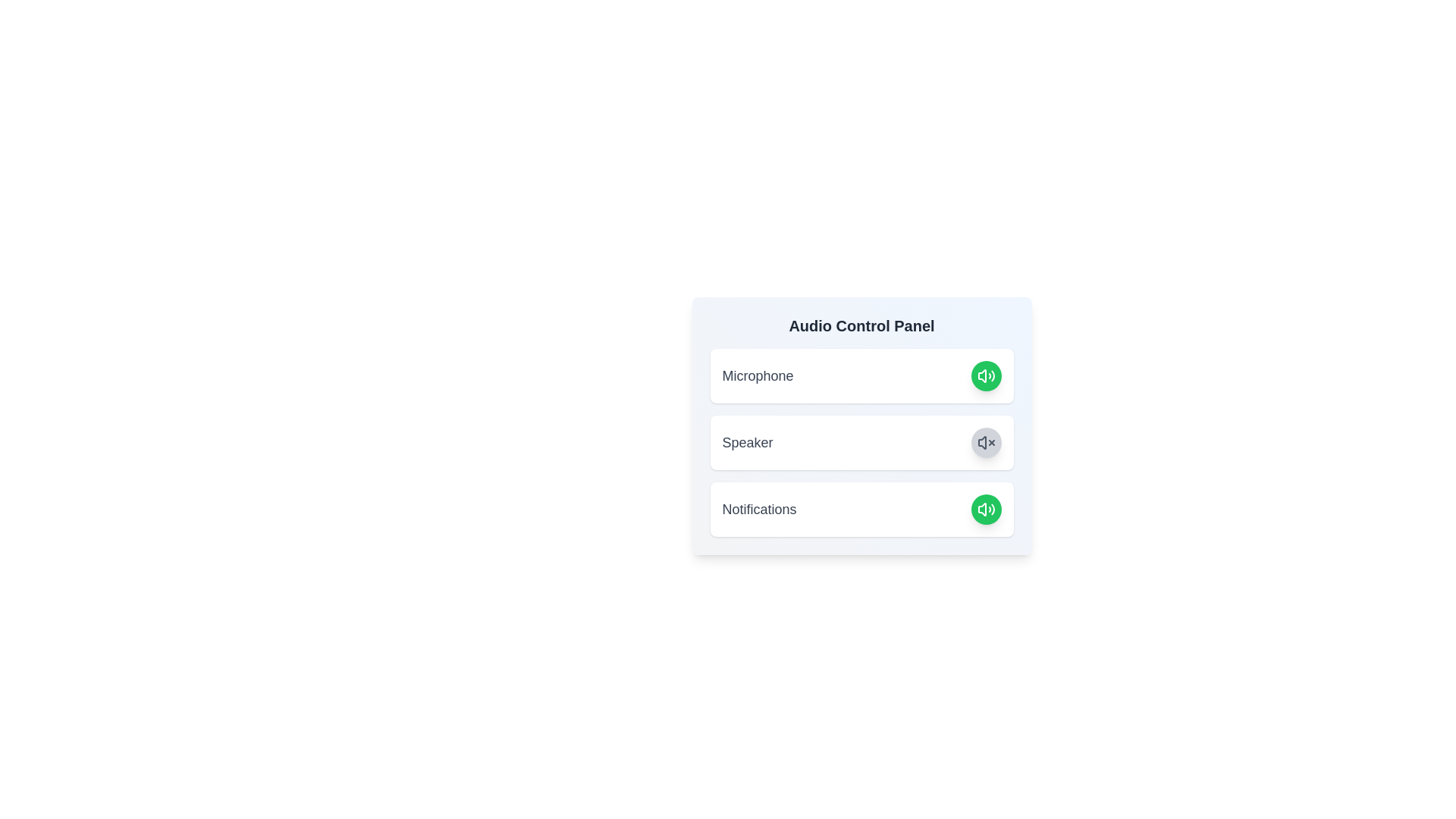  Describe the element at coordinates (861, 442) in the screenshot. I see `the 'Speaker' control panel section in the Audio Control Panel` at that location.